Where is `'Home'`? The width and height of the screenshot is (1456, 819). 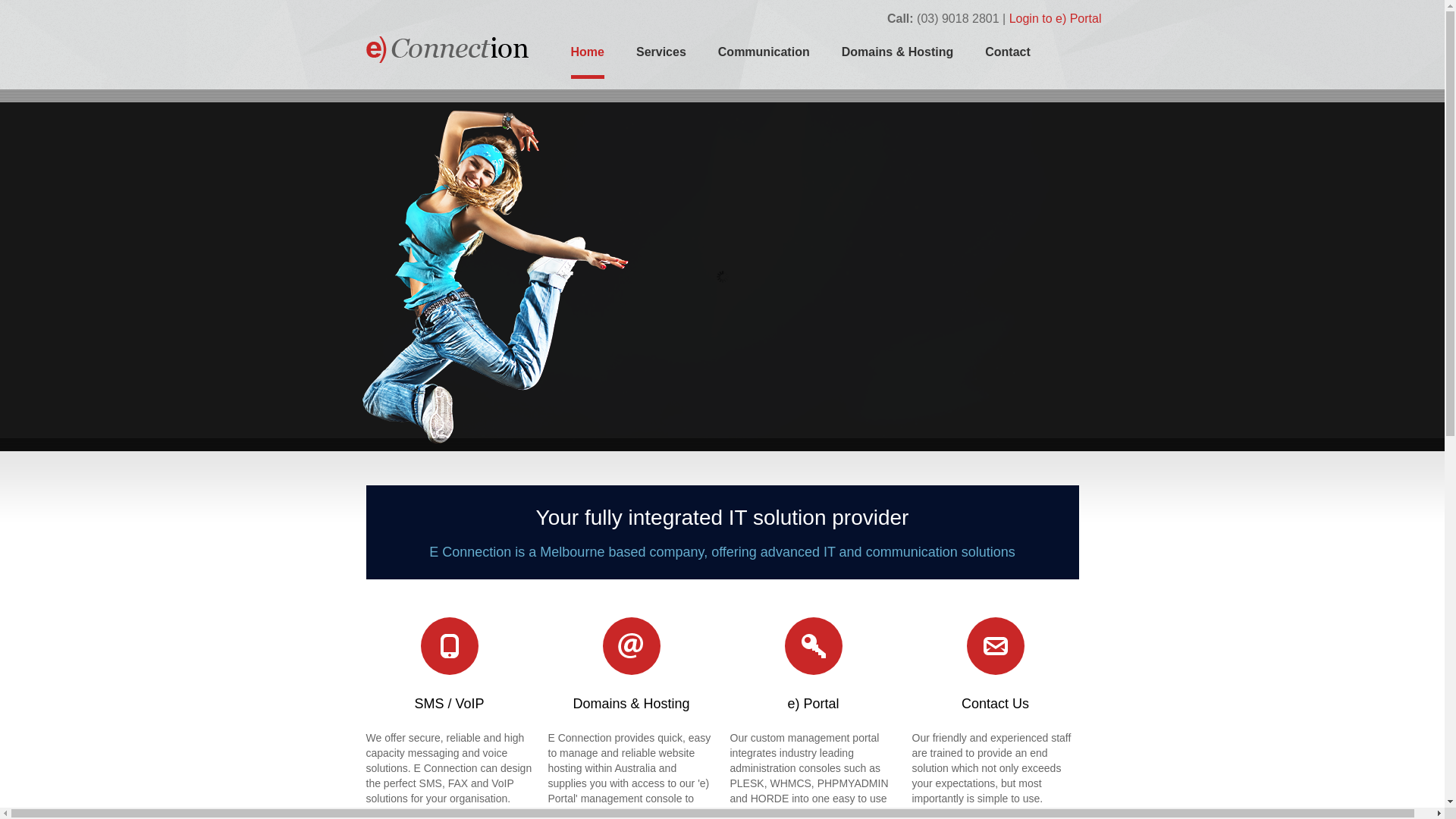 'Home' is located at coordinates (585, 61).